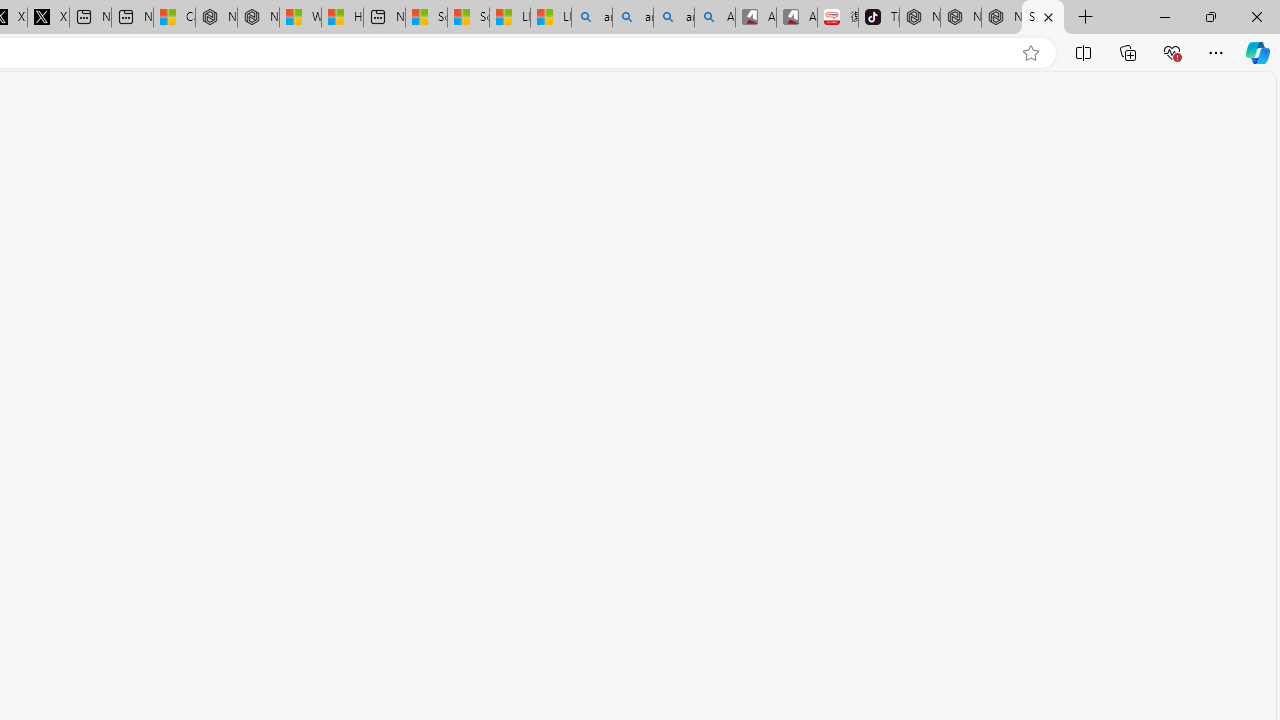 The image size is (1280, 720). What do you see at coordinates (343, 17) in the screenshot?
I see `'Huge shark washes ashore at New York City beach | Watch'` at bounding box center [343, 17].